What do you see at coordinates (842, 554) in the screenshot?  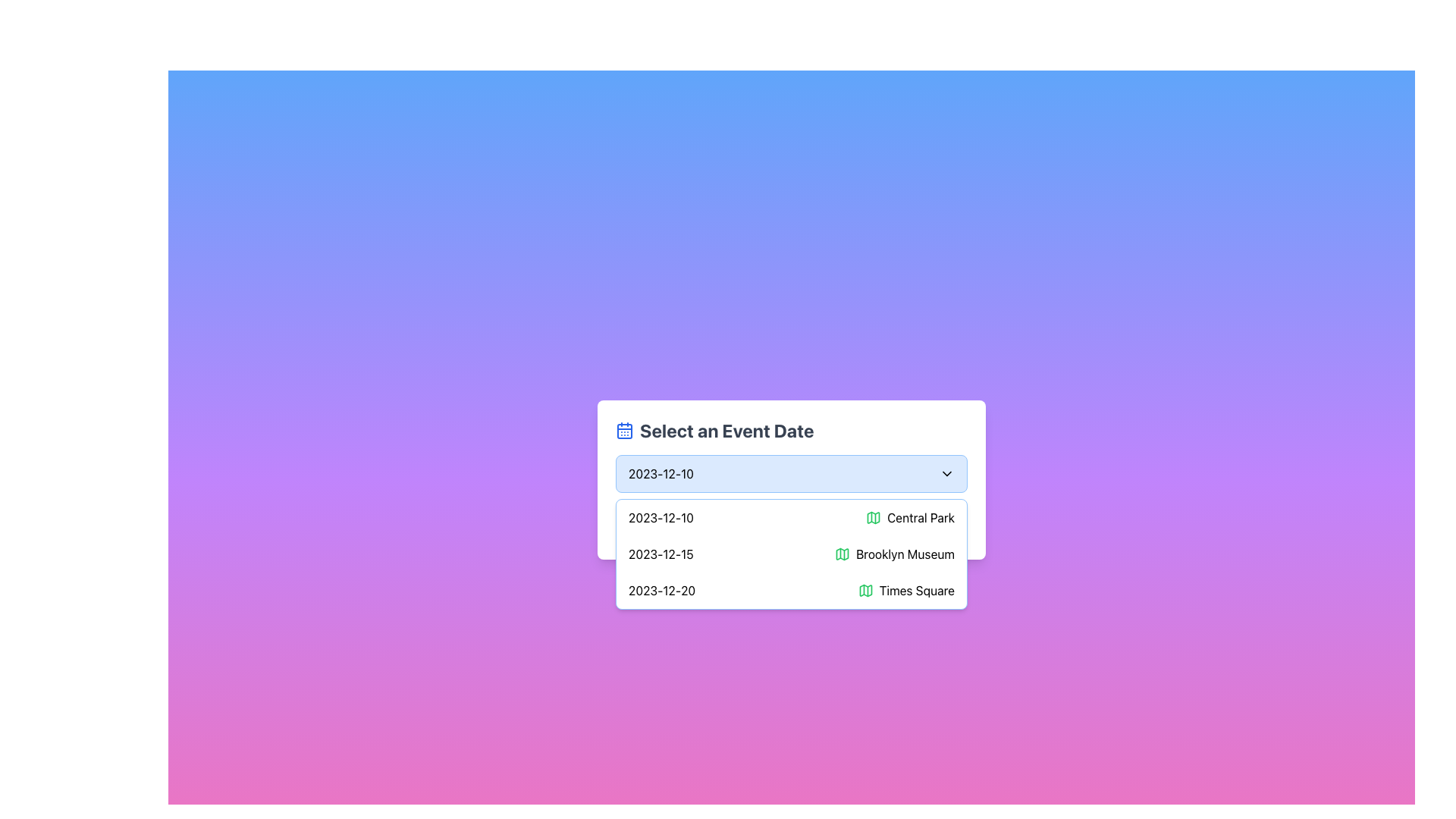 I see `the green map icon adjacent to the 'Central Park' text in the dropdown menu under 'Select an Event Date' for the date '2023-12-10'` at bounding box center [842, 554].